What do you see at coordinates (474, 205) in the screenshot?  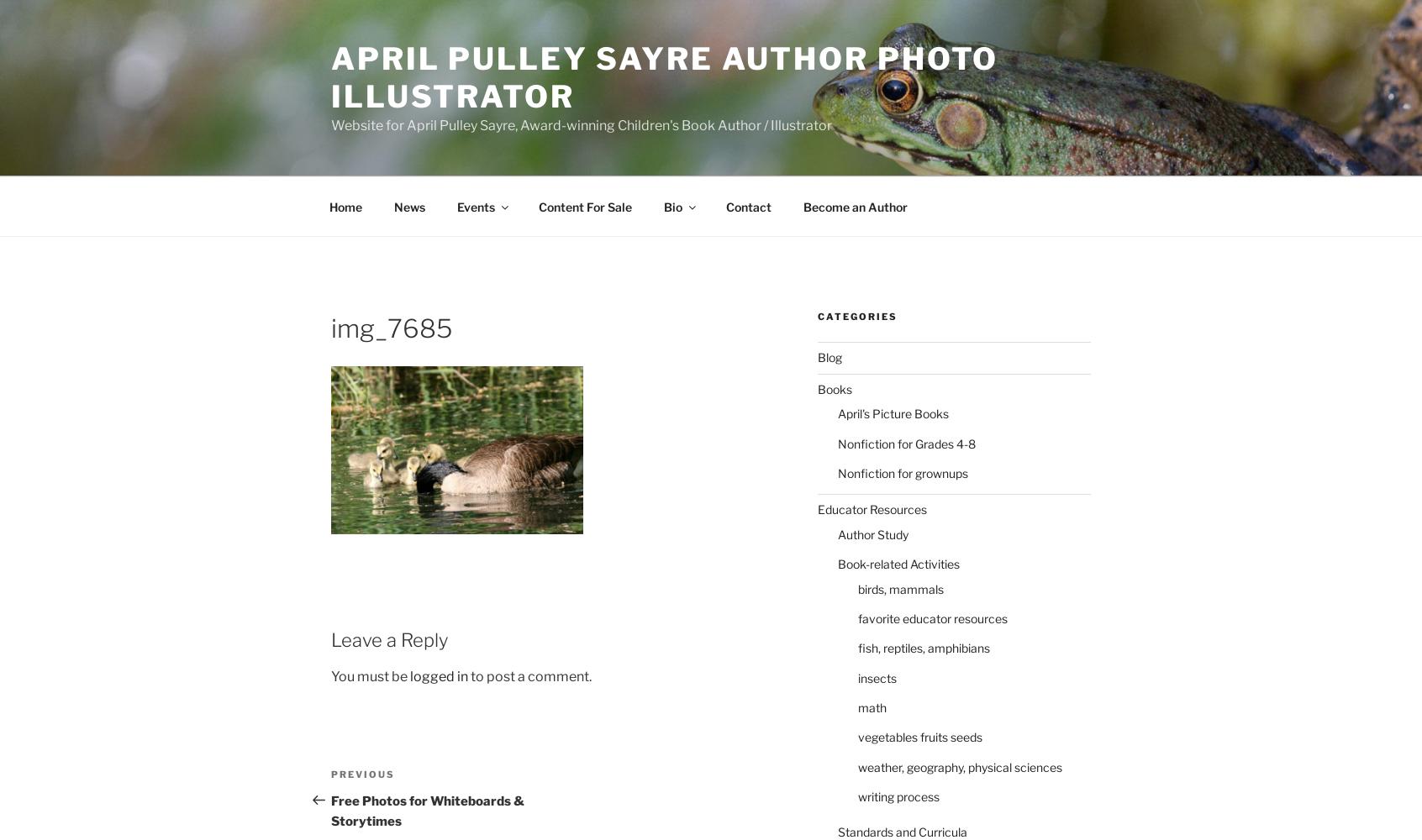 I see `'Events'` at bounding box center [474, 205].